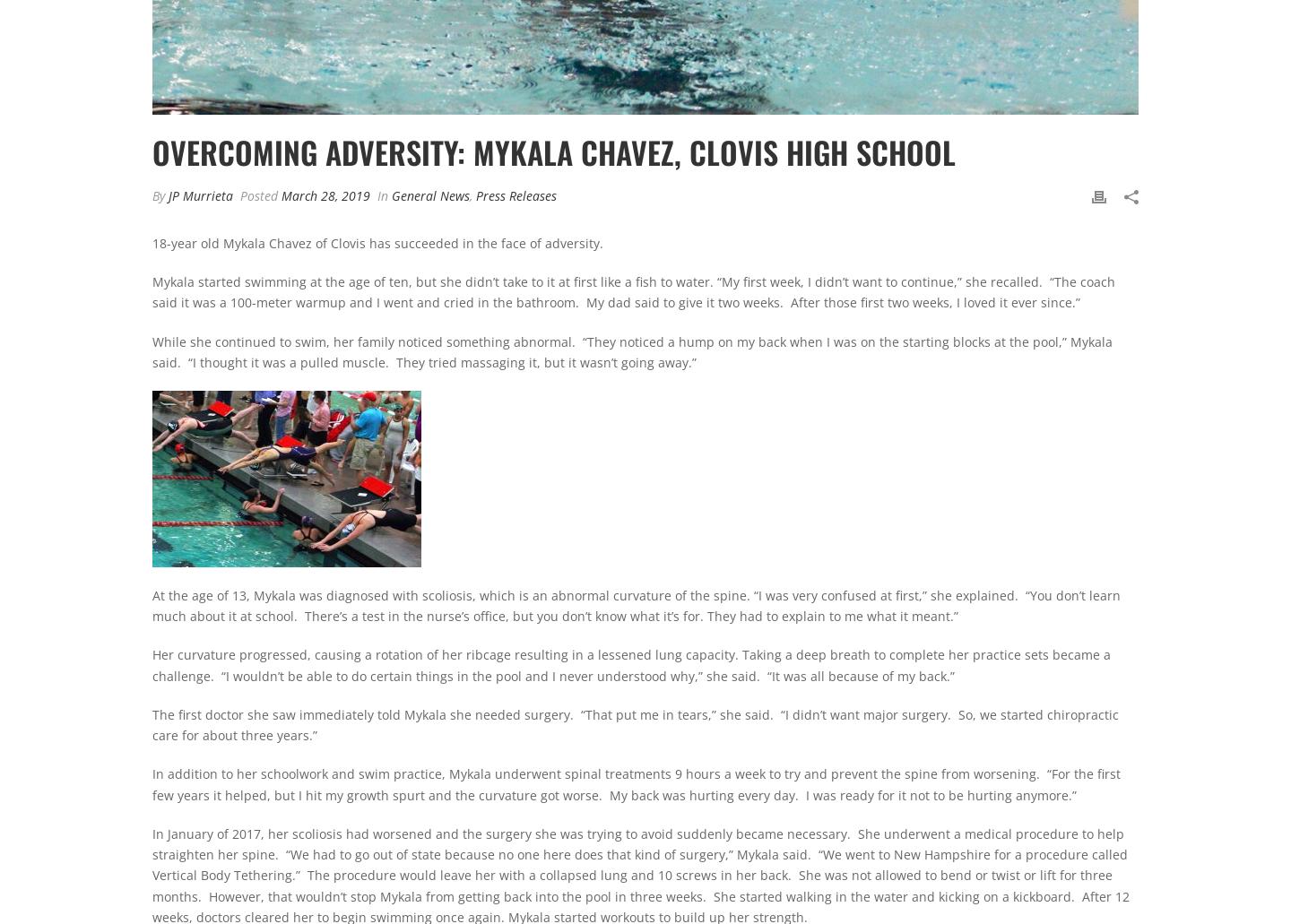 This screenshot has width=1291, height=924. What do you see at coordinates (235, 194) in the screenshot?
I see `'Posted'` at bounding box center [235, 194].